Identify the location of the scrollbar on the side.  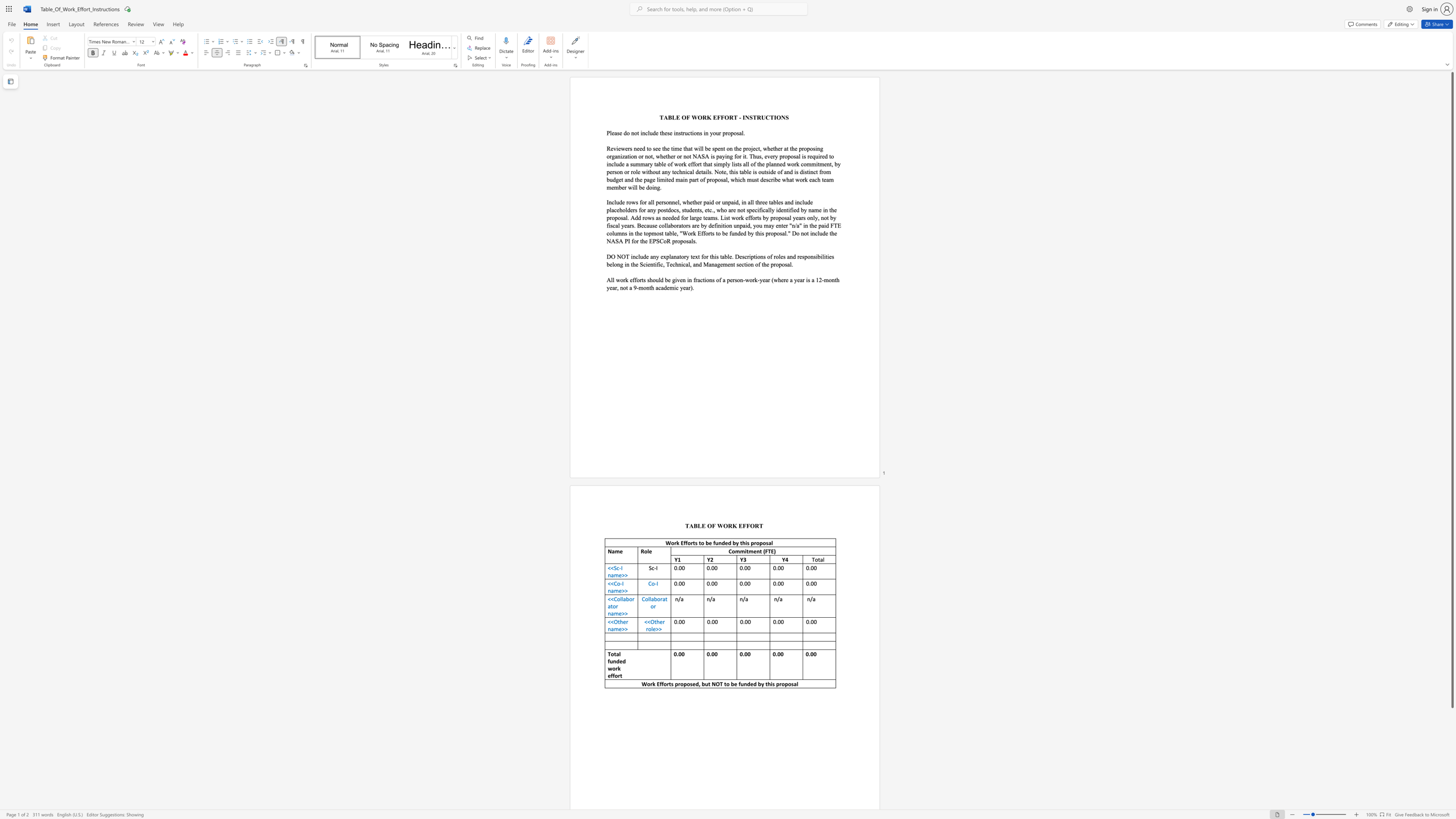
(1451, 754).